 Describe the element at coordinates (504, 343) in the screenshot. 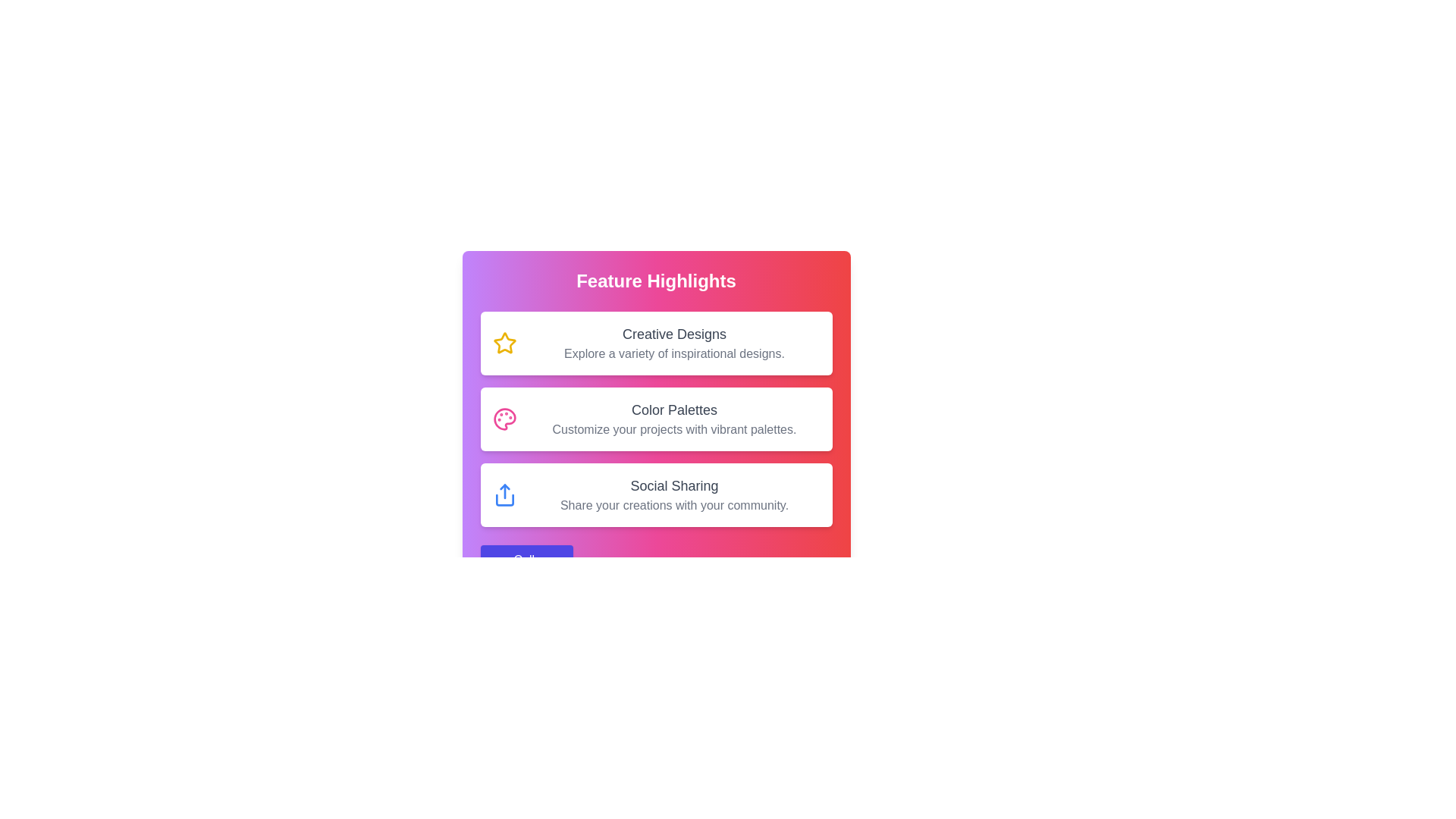

I see `the yellow star icon representing creativity, located at the left side of the card titled 'Creative Designs', for accessibility purposes` at that location.